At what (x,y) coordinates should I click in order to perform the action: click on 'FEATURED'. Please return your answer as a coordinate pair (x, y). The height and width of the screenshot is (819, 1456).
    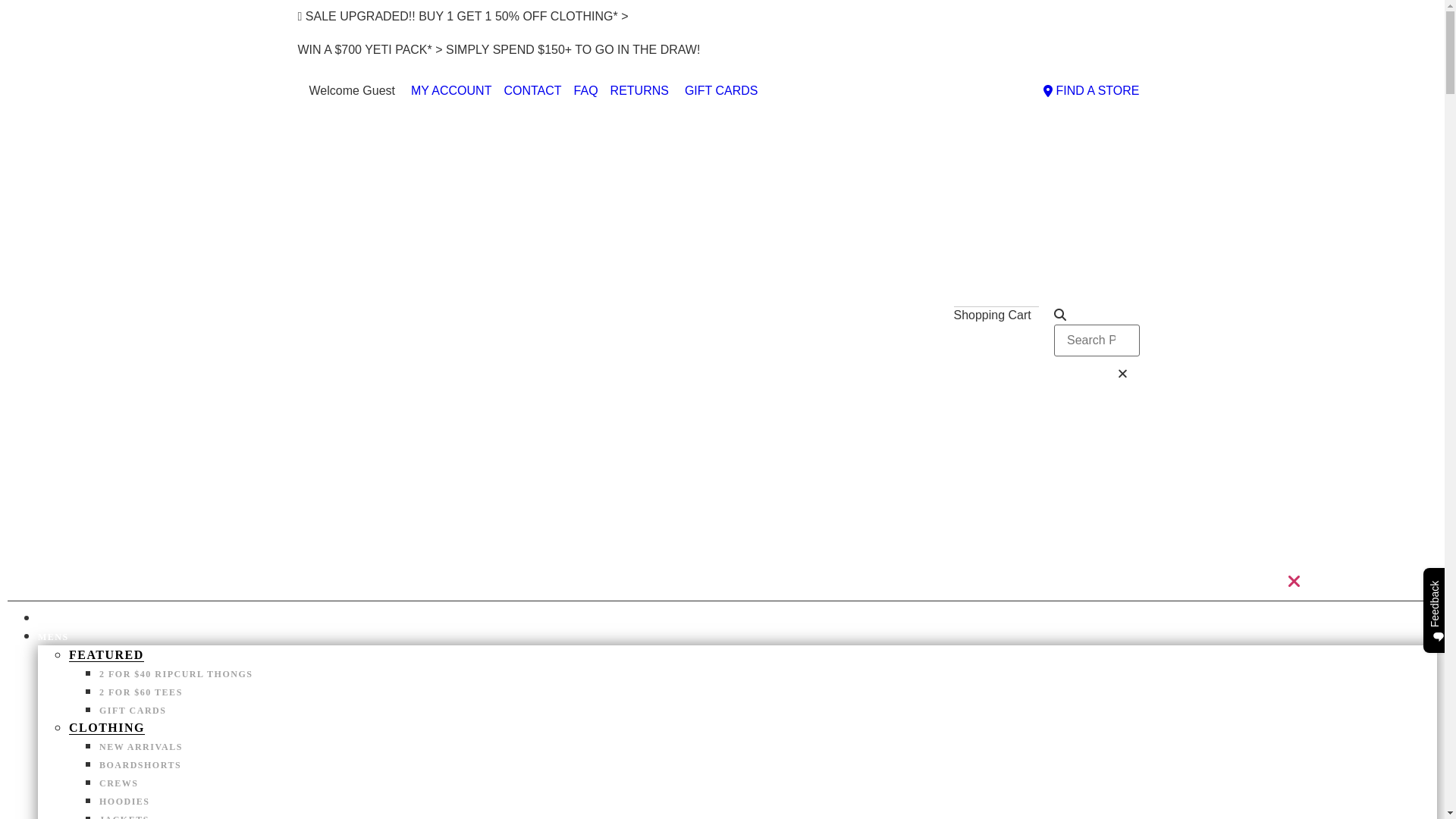
    Looking at the image, I should click on (105, 654).